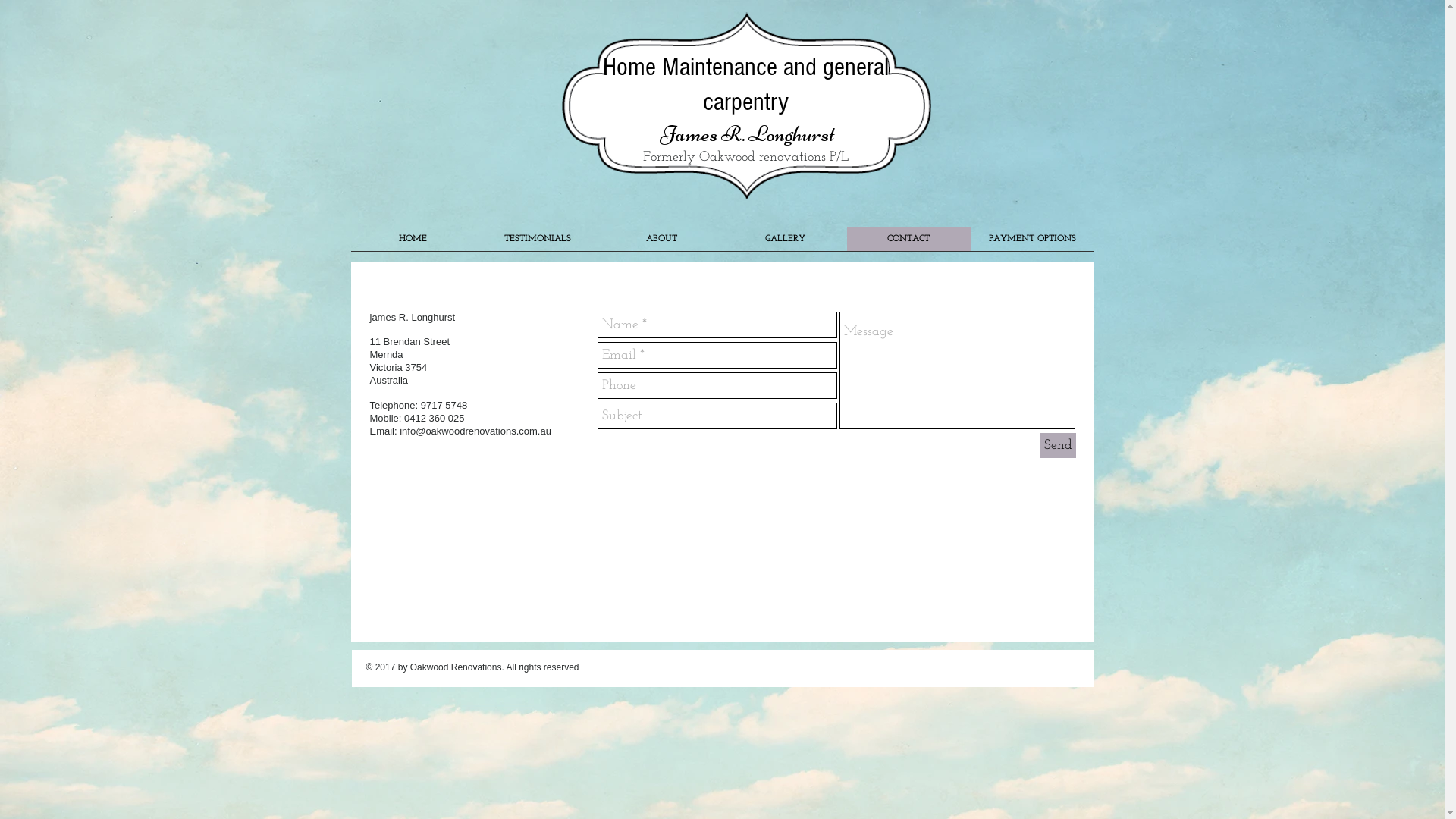  Describe the element at coordinates (661, 239) in the screenshot. I see `'ABOUT'` at that location.